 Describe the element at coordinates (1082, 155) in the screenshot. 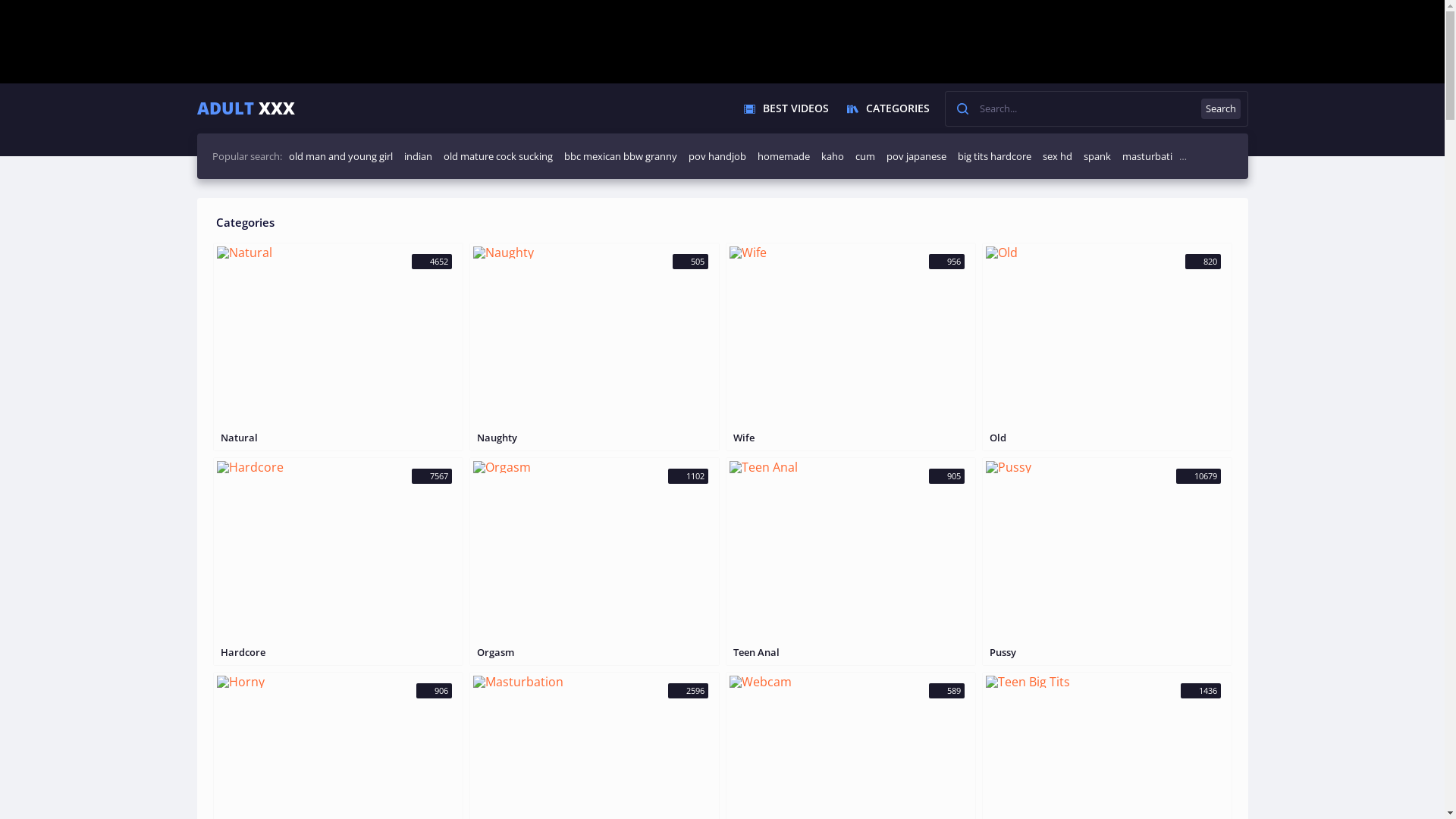

I see `'spank'` at that location.